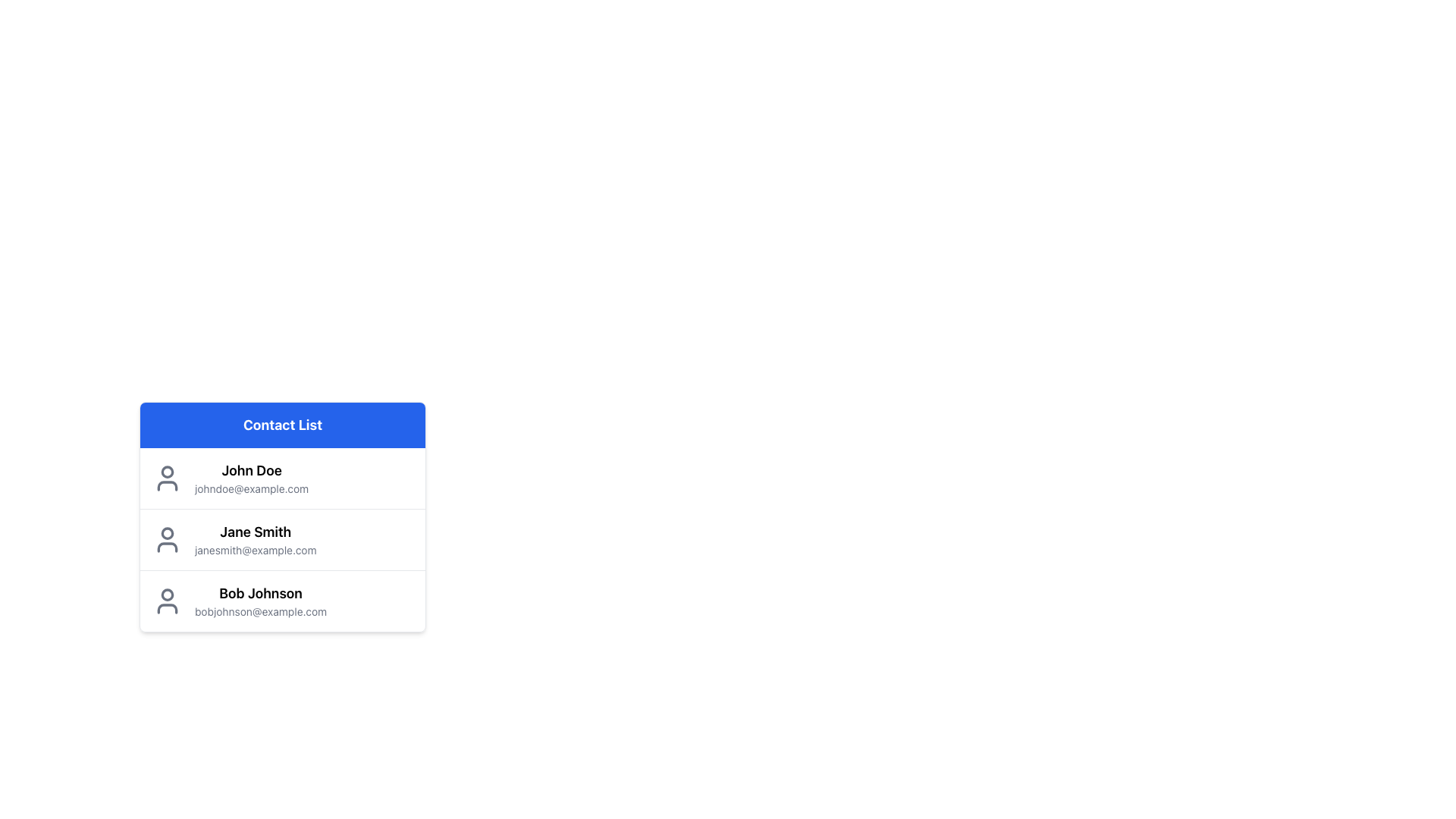 Image resolution: width=1456 pixels, height=819 pixels. Describe the element at coordinates (167, 607) in the screenshot. I see `the decorative shoulder and torso part of the user avatar for 'Bob Johnson', which is located to the left of his name and email address in the contact list` at that location.